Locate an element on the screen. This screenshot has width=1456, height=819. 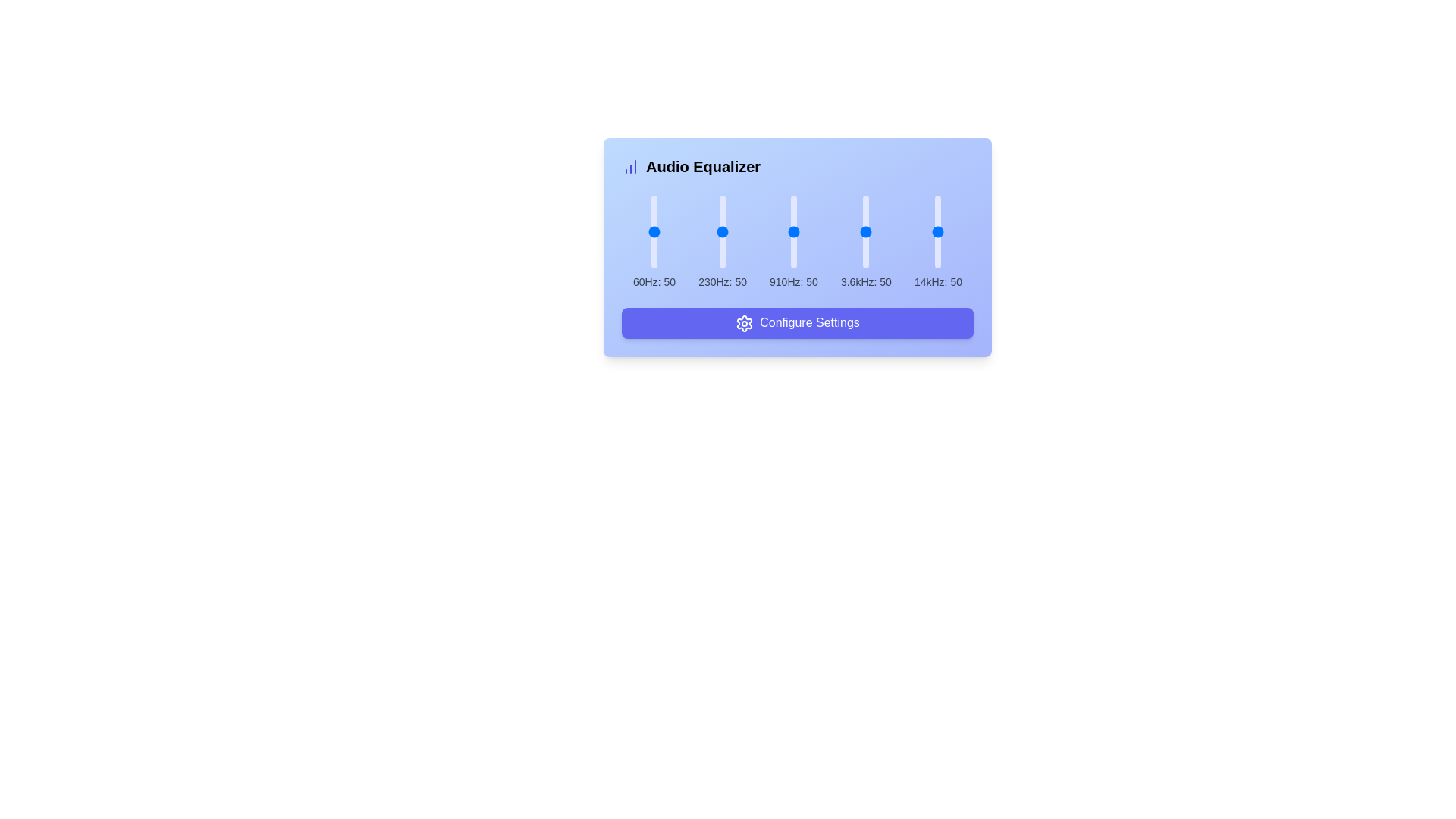
the 230Hz band value is located at coordinates (722, 256).